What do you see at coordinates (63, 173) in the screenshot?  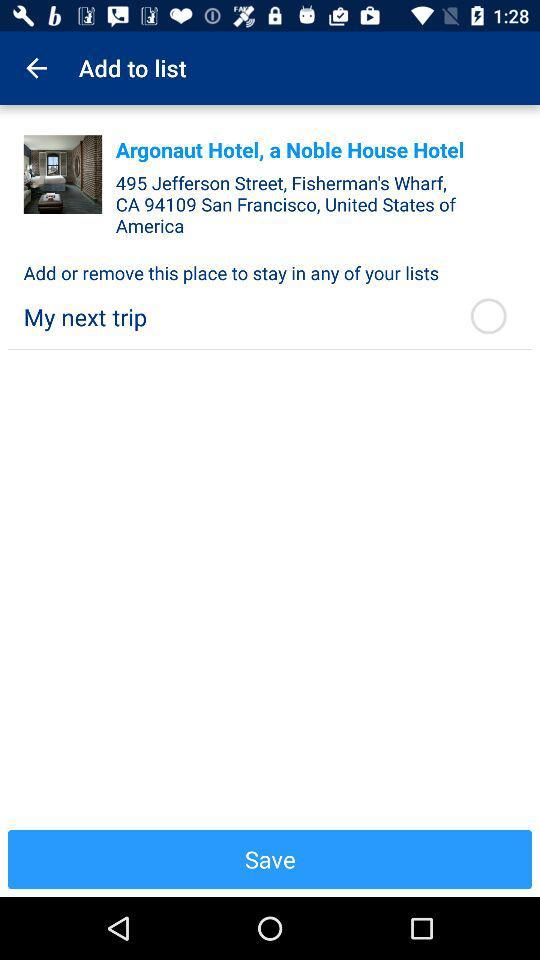 I see `it indicates a living room of a particular house` at bounding box center [63, 173].